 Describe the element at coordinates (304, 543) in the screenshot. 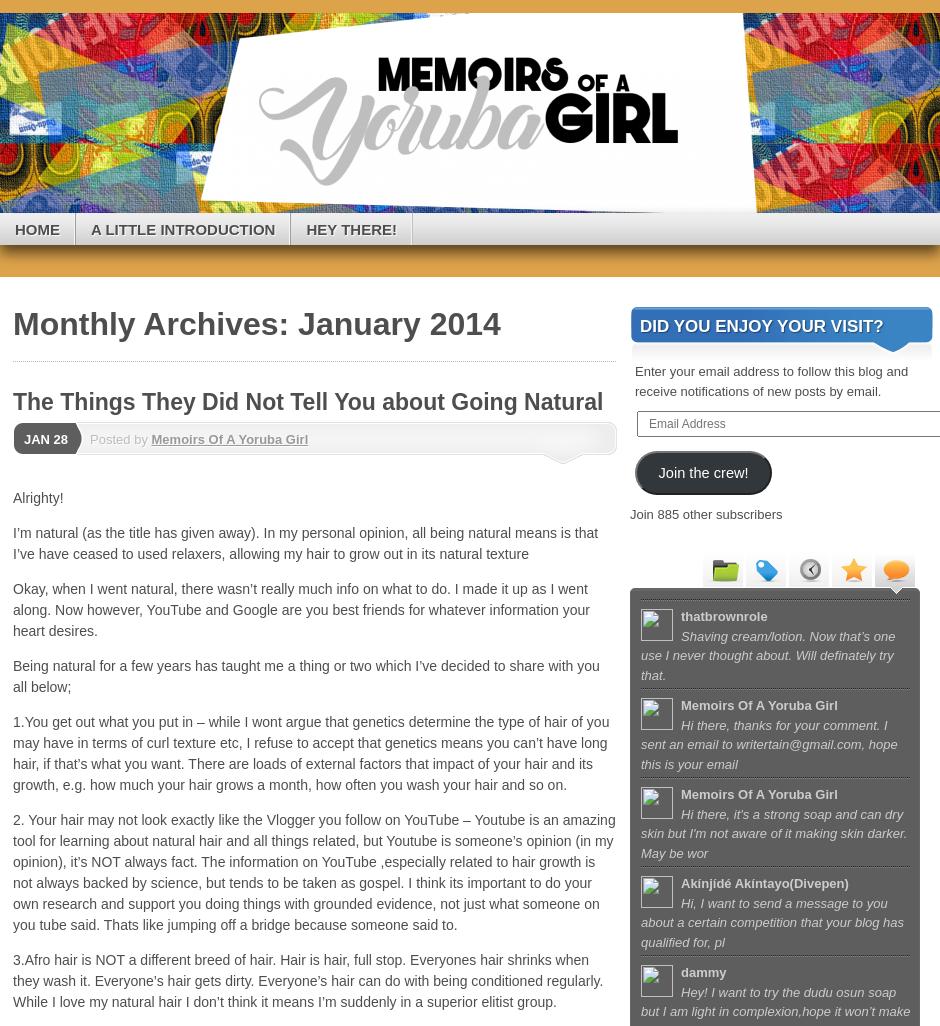

I see `'I’m natural (as the title has given away). In my personal opinion, all being natural means is that I’ve have ceased to used relaxers, allowing my hair to grow out in its natural texture'` at that location.